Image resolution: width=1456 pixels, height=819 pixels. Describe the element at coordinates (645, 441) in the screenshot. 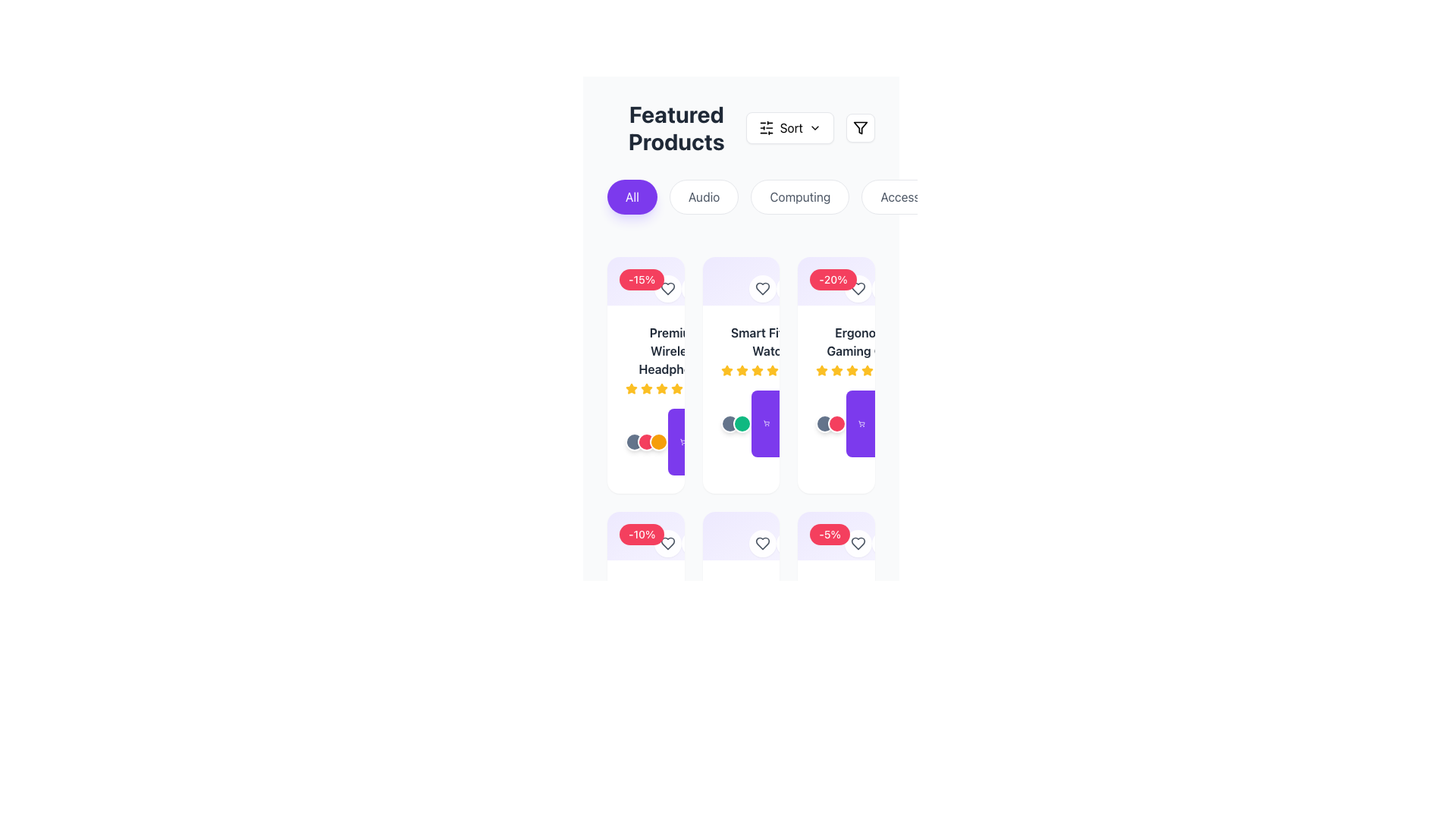

I see `the second selectable circle option for color choice located in the middle bottom section of the product card for 'Premium Wireless Headphones'` at that location.